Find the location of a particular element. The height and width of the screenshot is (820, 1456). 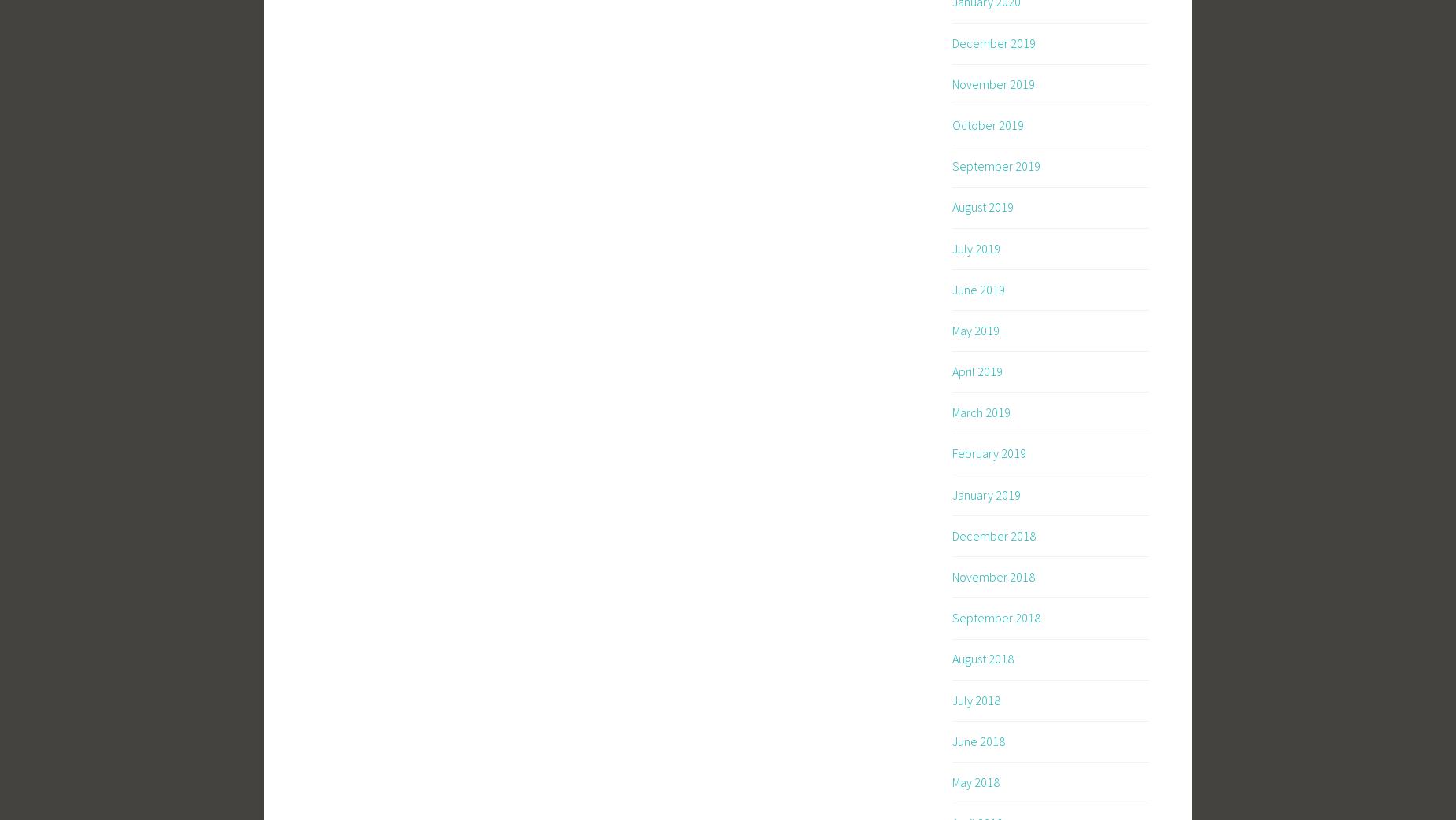

'December 2019' is located at coordinates (992, 41).